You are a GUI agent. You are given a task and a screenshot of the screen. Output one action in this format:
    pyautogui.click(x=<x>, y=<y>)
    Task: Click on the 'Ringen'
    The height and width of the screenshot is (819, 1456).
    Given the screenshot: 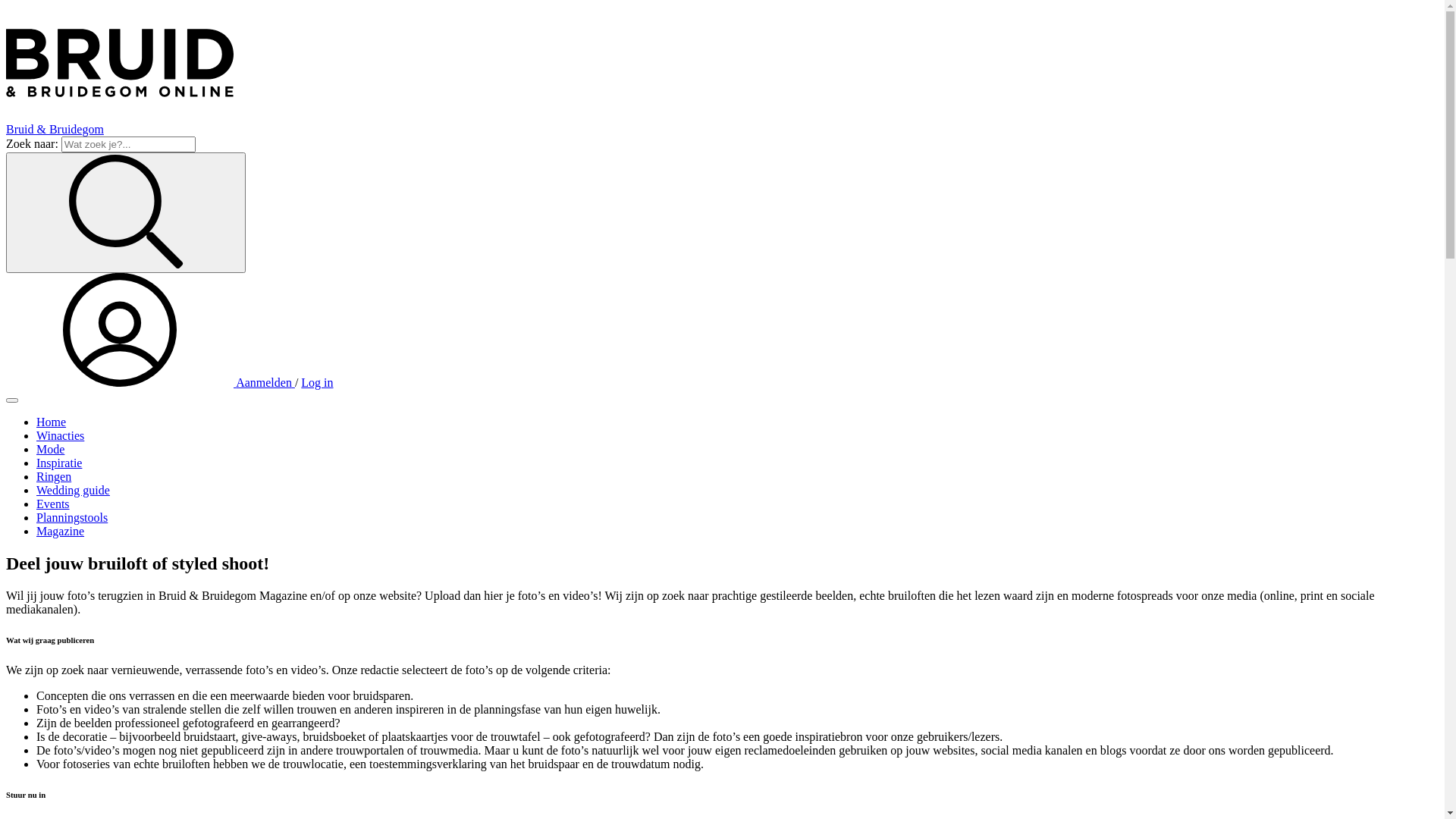 What is the action you would take?
    pyautogui.click(x=54, y=475)
    